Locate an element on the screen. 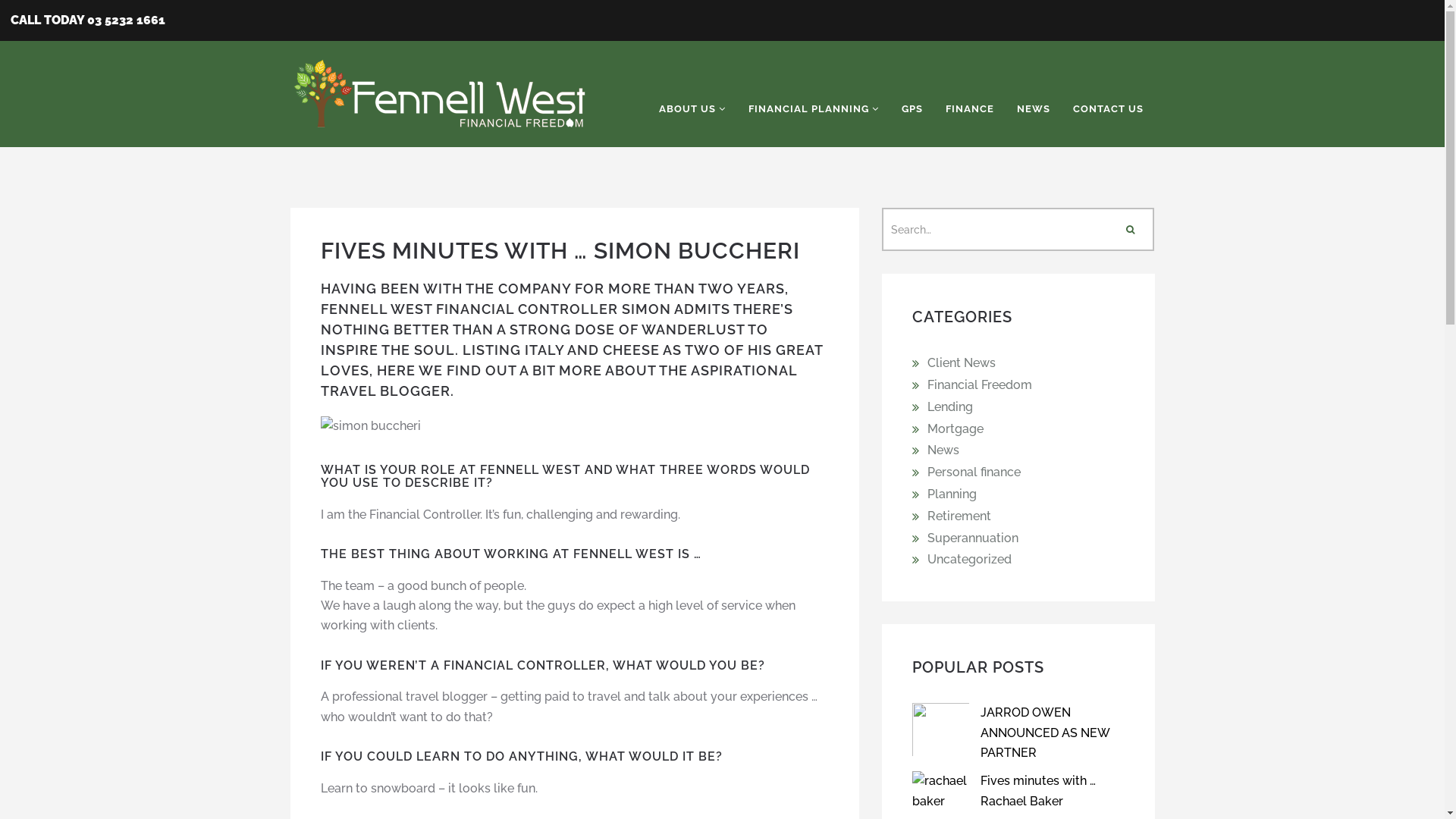 Image resolution: width=1456 pixels, height=819 pixels. 'Superannuation' is located at coordinates (971, 537).